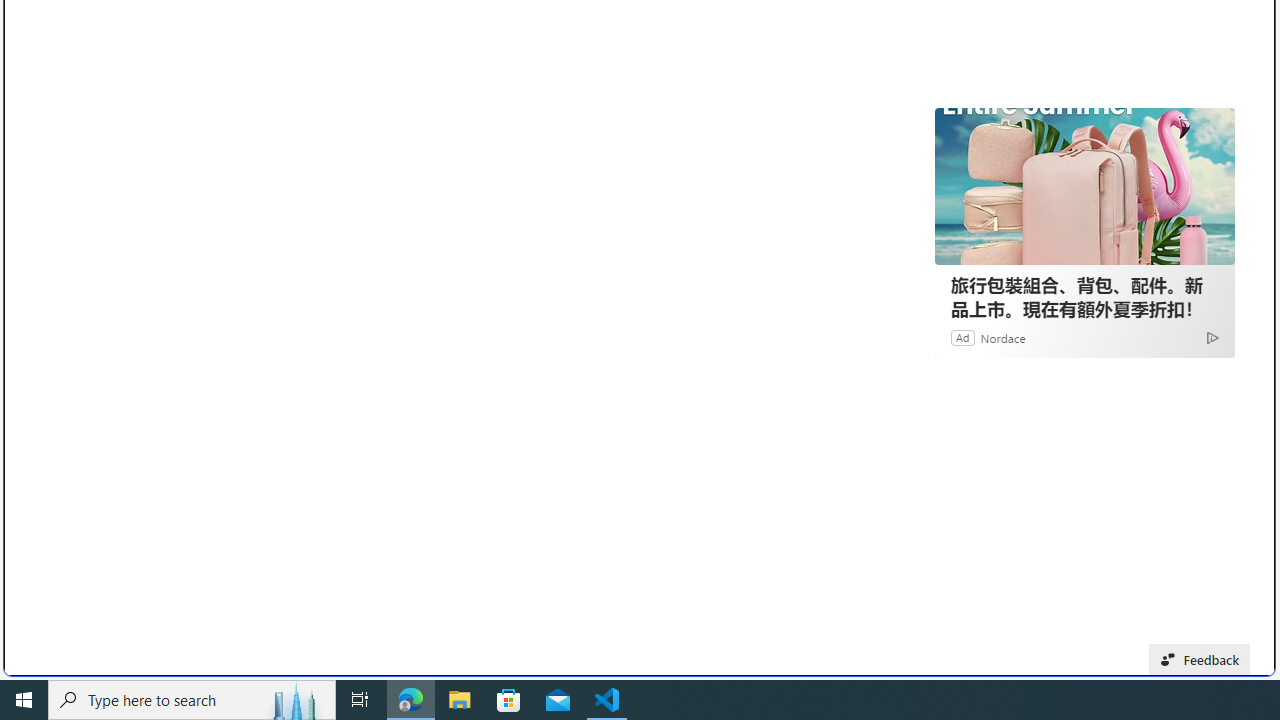  Describe the element at coordinates (963, 336) in the screenshot. I see `'Ad'` at that location.